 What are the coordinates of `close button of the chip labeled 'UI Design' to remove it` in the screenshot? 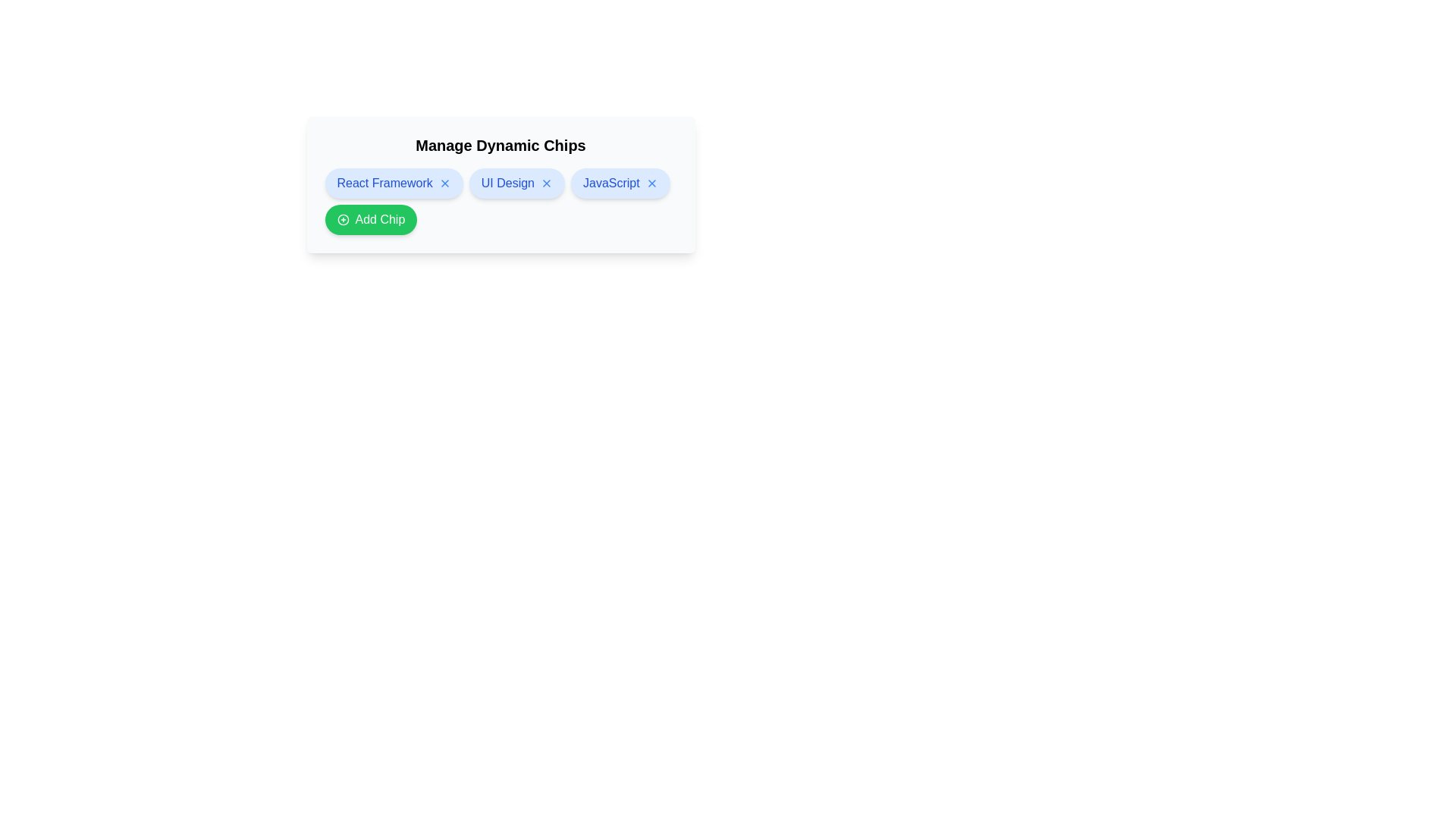 It's located at (546, 183).